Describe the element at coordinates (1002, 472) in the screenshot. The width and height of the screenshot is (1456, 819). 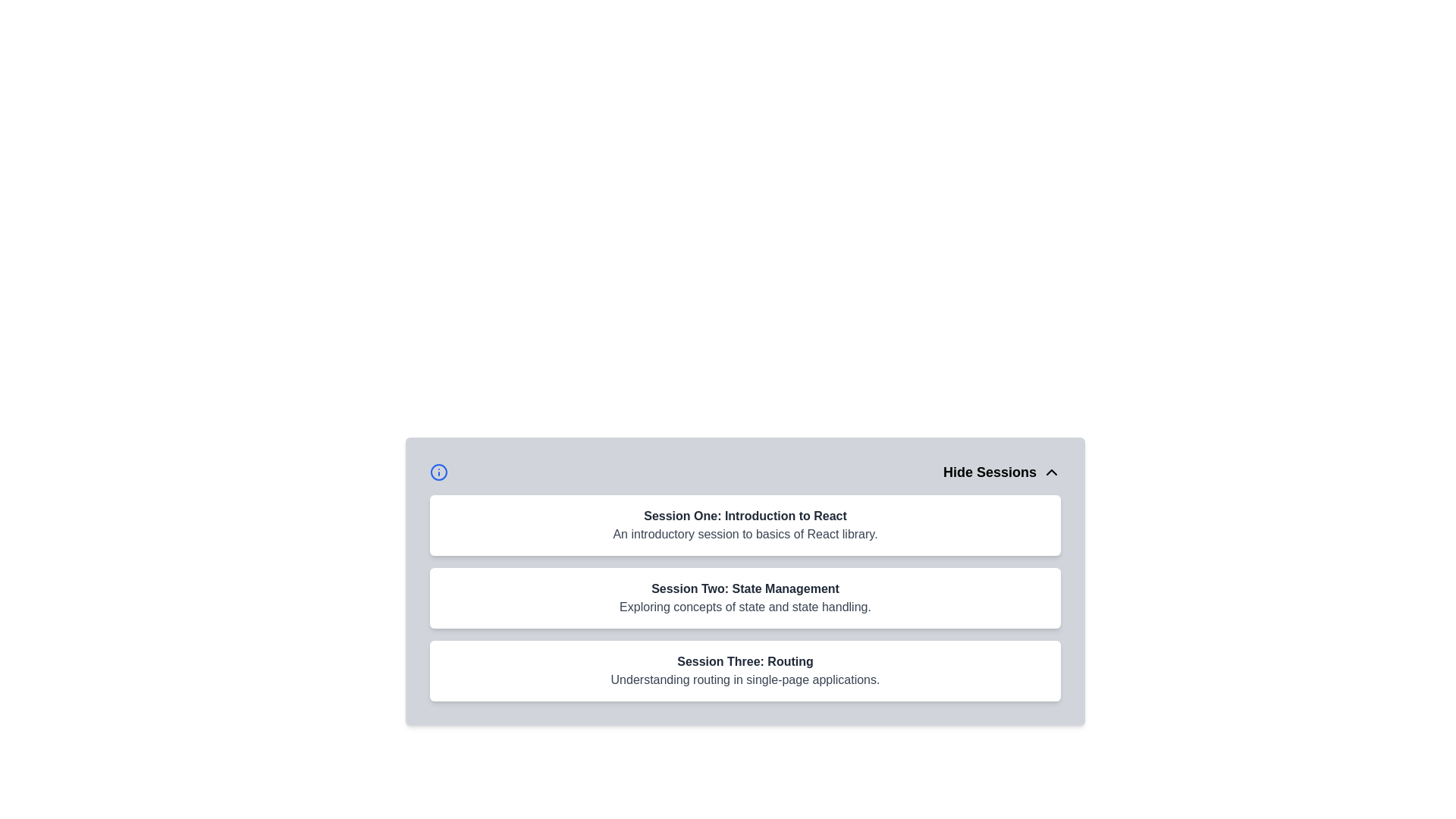
I see `the interactive button-like text label with a chevron icon` at that location.